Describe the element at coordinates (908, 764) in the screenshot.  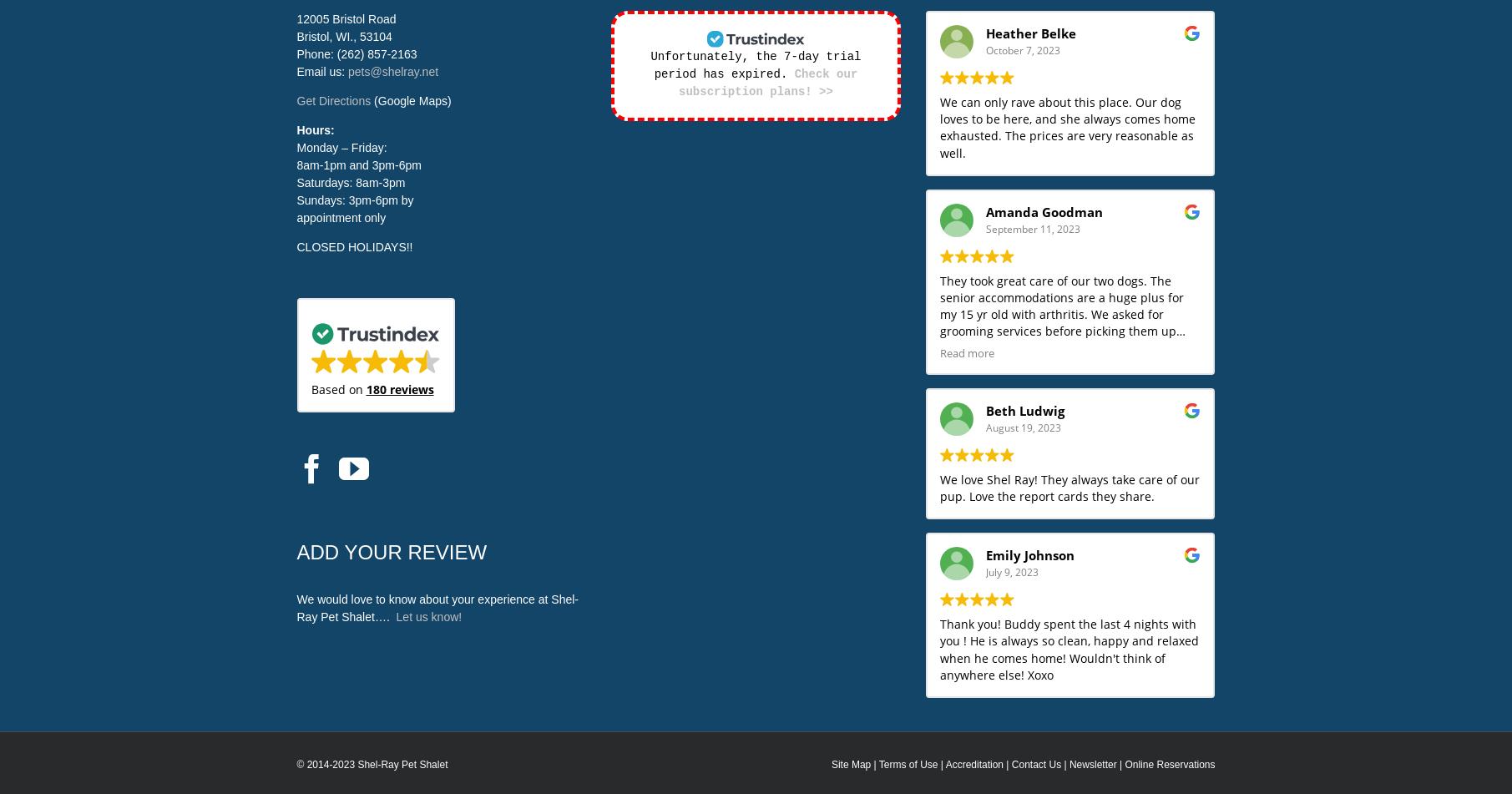
I see `'Terms of Use'` at that location.